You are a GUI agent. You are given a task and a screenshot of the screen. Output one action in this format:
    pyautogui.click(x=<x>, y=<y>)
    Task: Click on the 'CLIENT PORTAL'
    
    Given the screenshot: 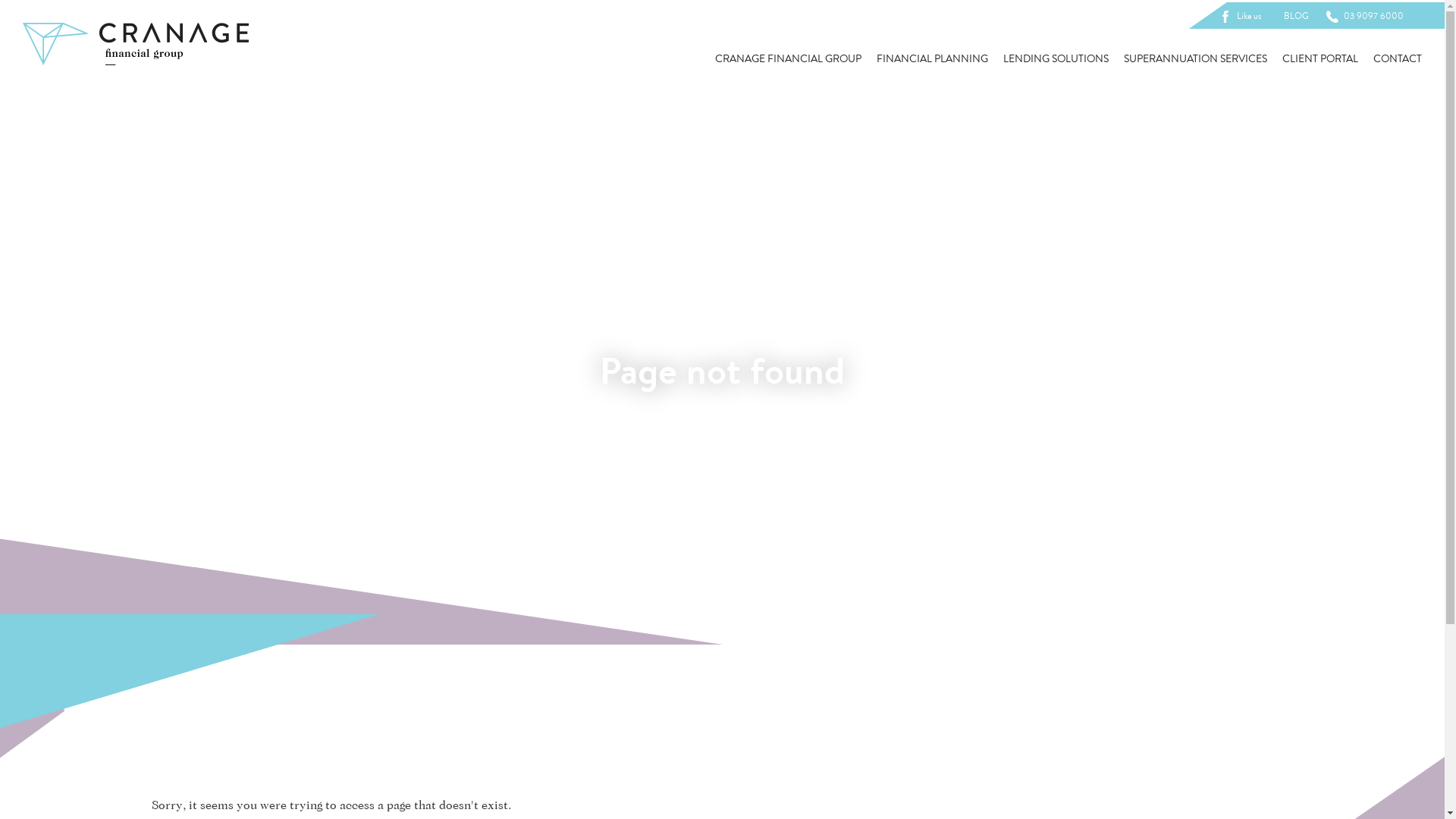 What is the action you would take?
    pyautogui.click(x=1319, y=58)
    